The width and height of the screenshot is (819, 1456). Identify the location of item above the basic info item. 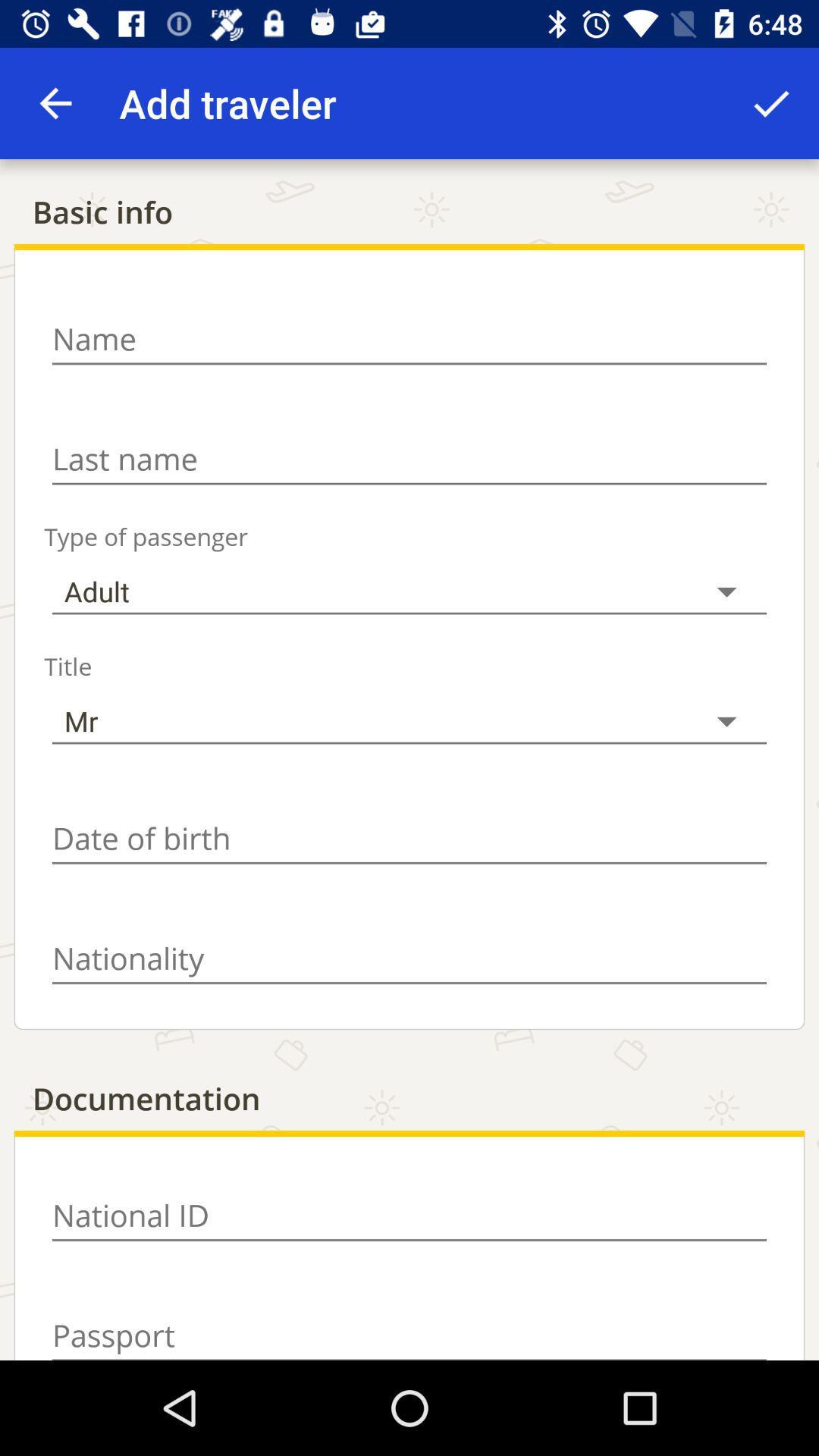
(55, 102).